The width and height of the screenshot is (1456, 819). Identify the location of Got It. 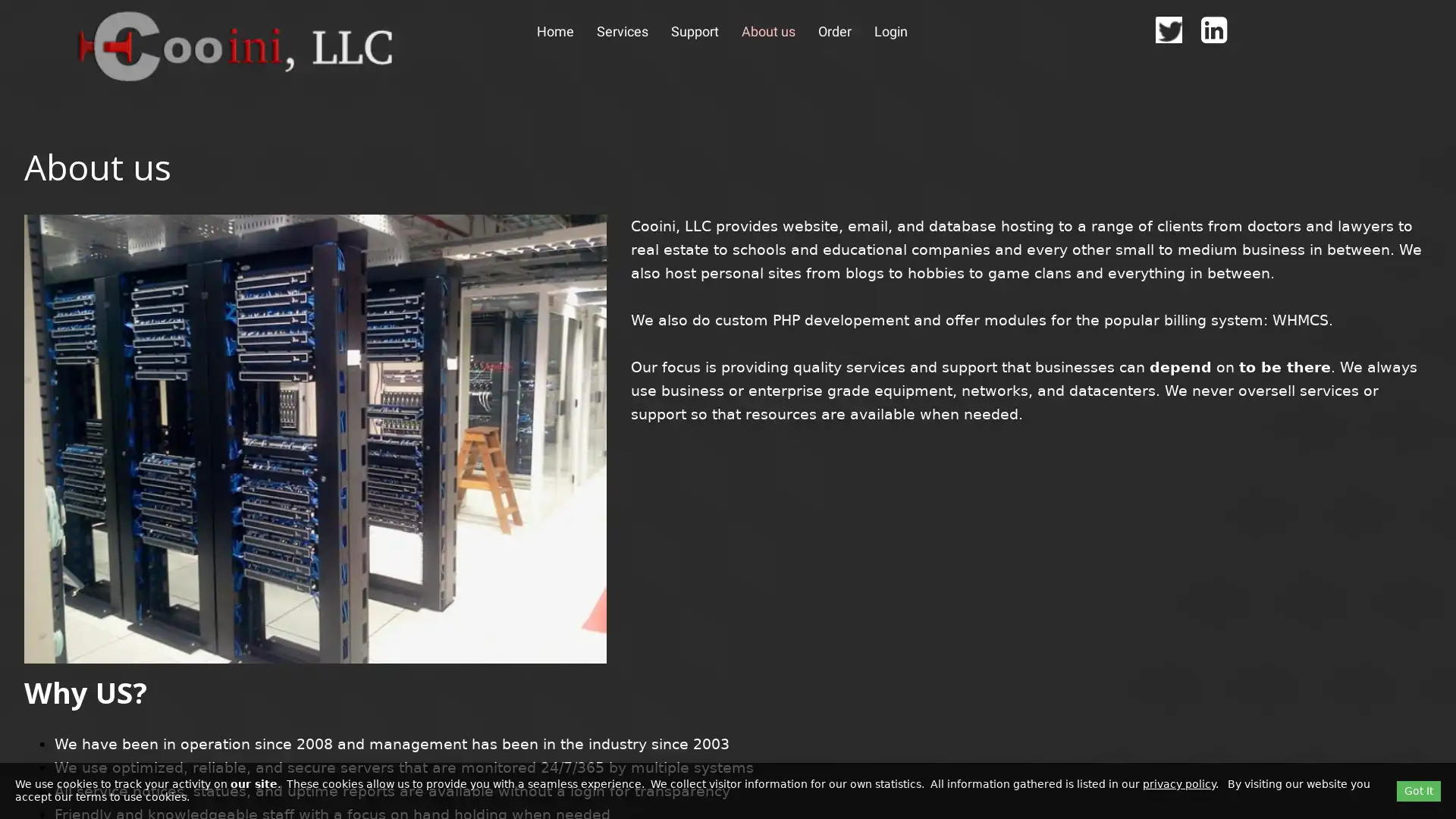
(1418, 789).